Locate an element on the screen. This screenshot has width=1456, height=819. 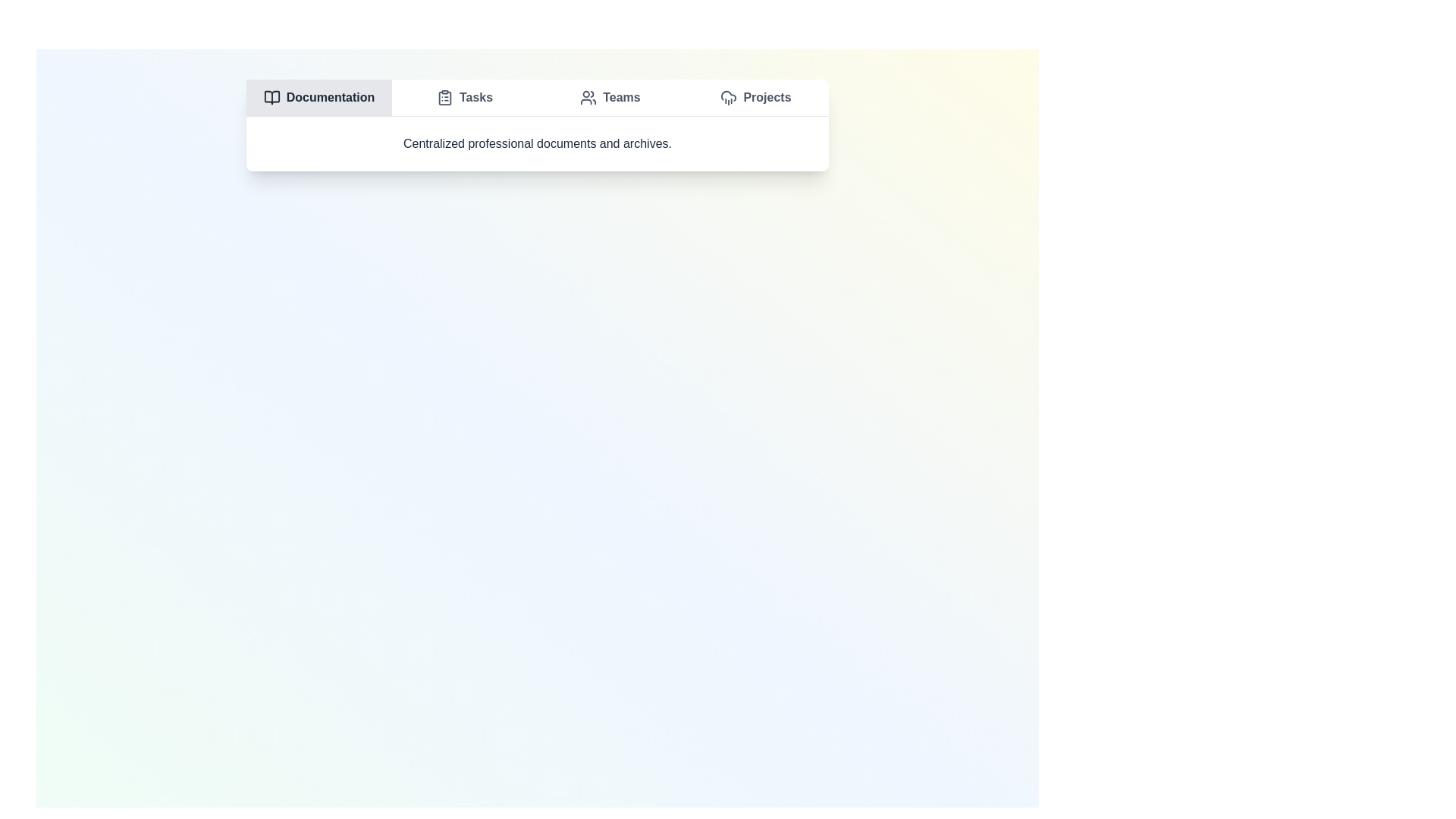
the tab labeled Teams to view its hover effects is located at coordinates (610, 97).